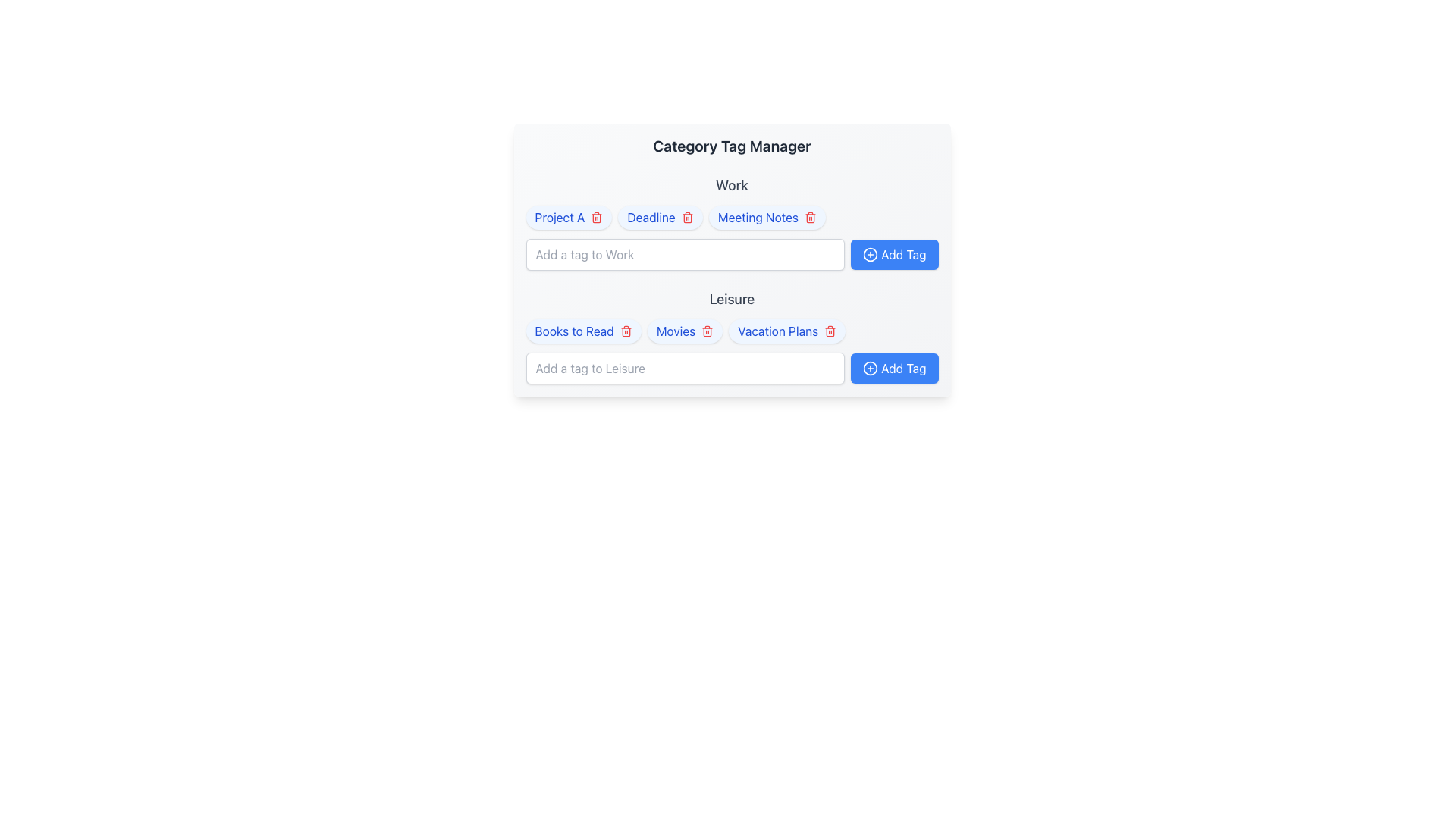 Image resolution: width=1456 pixels, height=819 pixels. What do you see at coordinates (871, 369) in the screenshot?
I see `the icon that visually represents the action to add a tag, located as the leftmost element within the 'Add Tag' button under the 'Leisure' section of the 'Category Tag Manager' interface` at bounding box center [871, 369].